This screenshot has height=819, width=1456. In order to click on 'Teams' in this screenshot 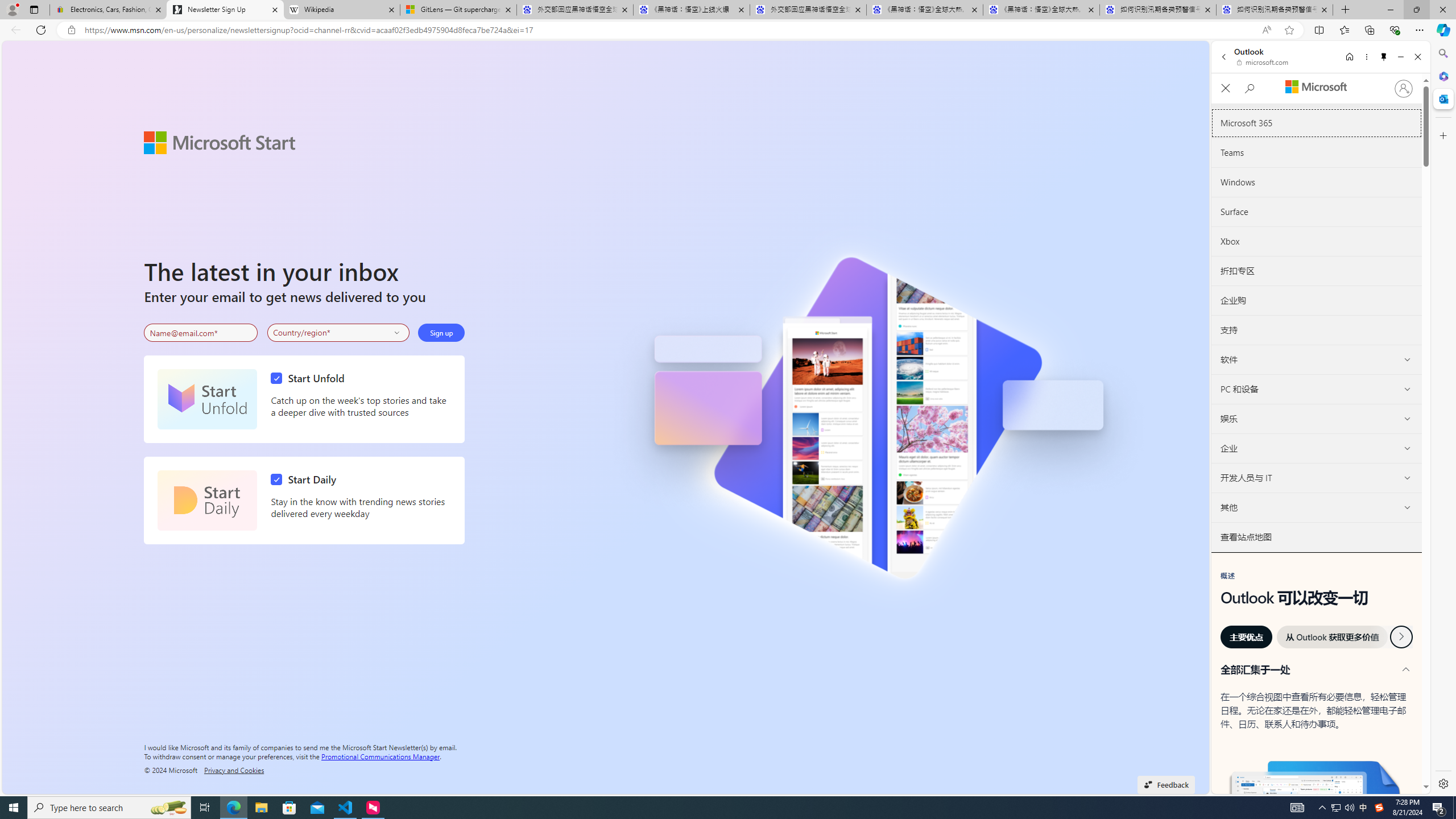, I will do `click(1317, 152)`.